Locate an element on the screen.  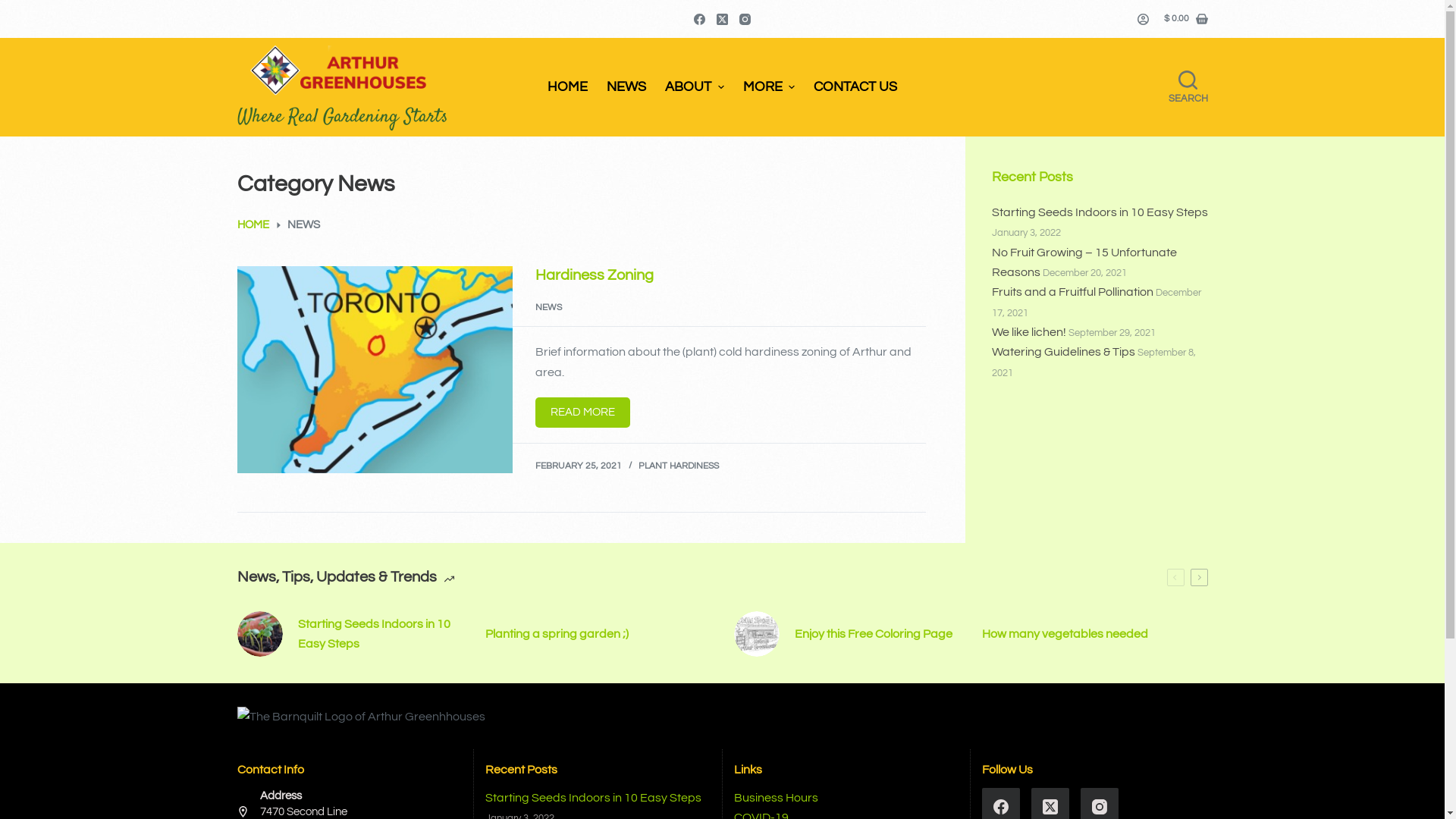
'PLANT HARDINESS' is located at coordinates (638, 465).